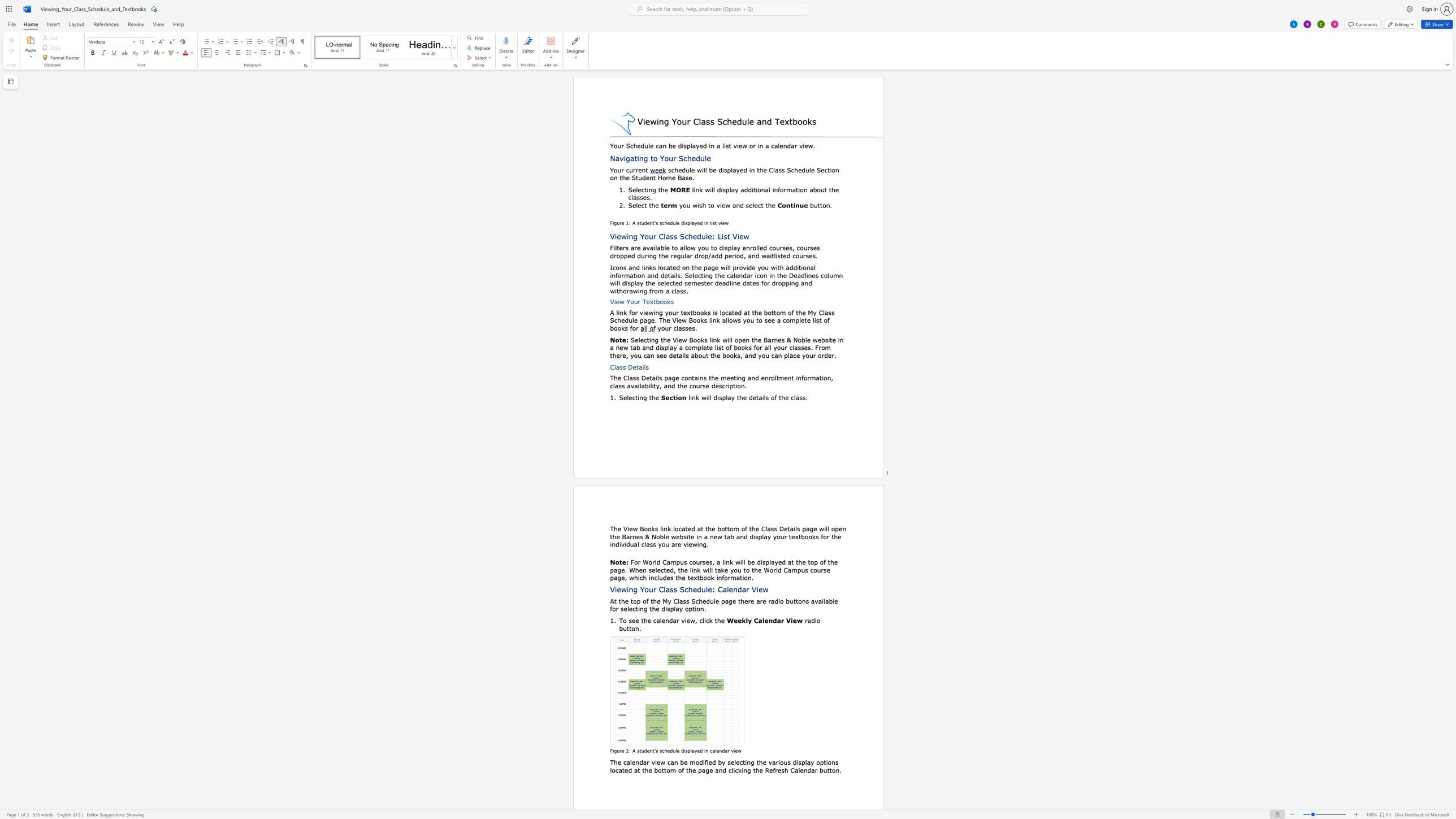 The image size is (1456, 819). I want to click on the 1th character "s" in the text, so click(671, 301).